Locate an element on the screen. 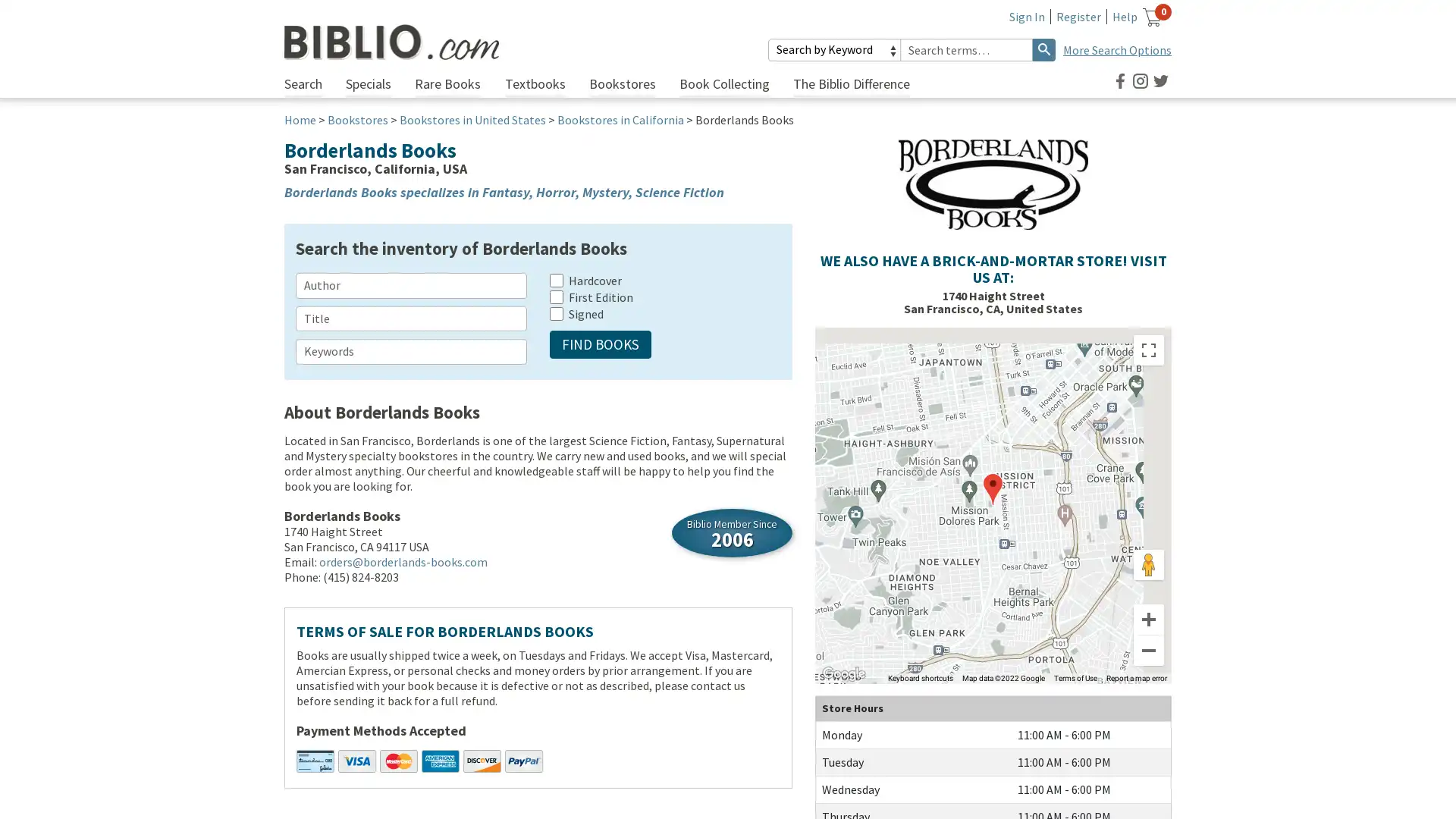 The width and height of the screenshot is (1456, 819). Toggle fullscreen view is located at coordinates (1149, 350).